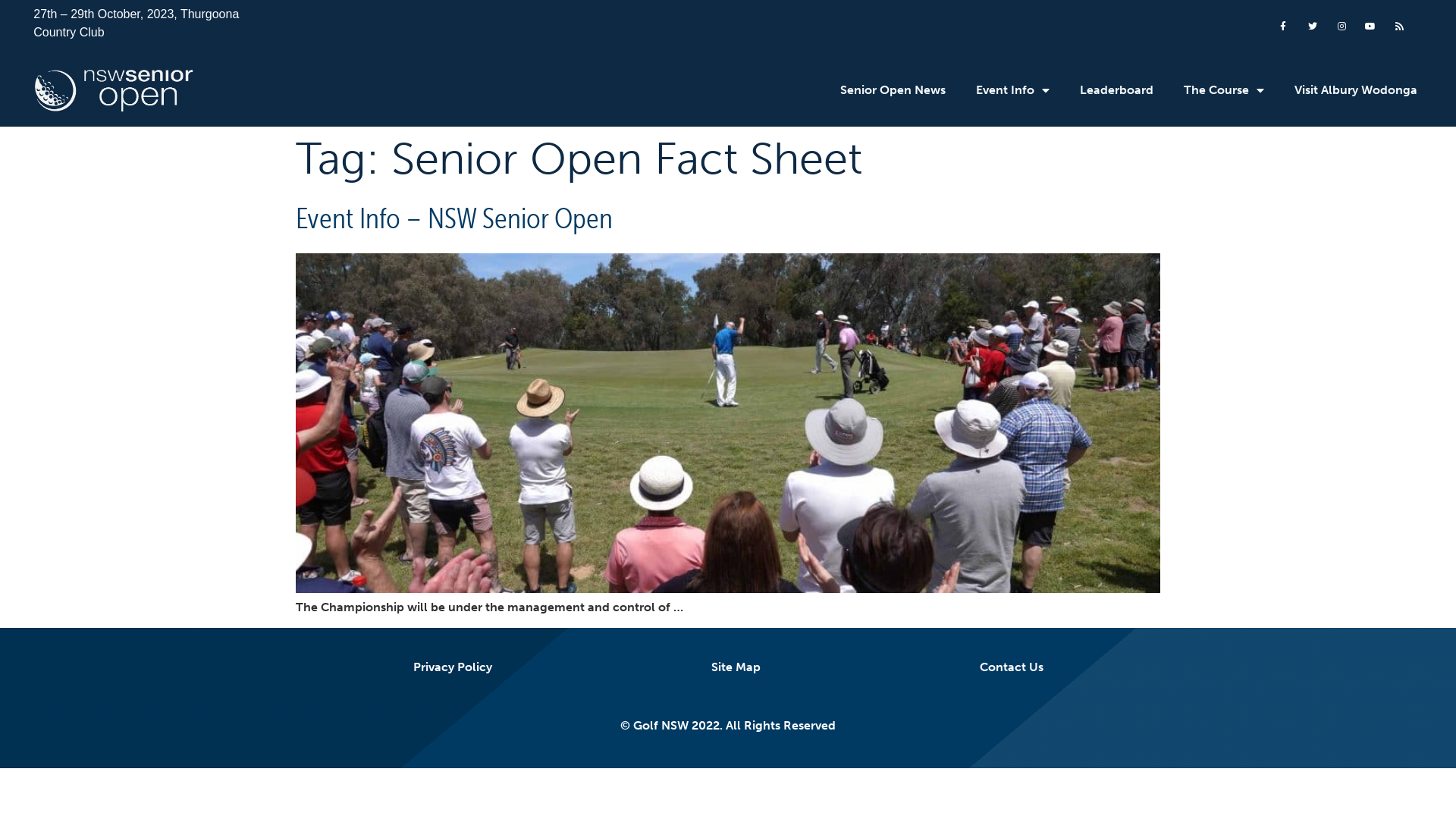 This screenshot has width=1456, height=819. Describe the element at coordinates (824, 90) in the screenshot. I see `'Senior Open News'` at that location.